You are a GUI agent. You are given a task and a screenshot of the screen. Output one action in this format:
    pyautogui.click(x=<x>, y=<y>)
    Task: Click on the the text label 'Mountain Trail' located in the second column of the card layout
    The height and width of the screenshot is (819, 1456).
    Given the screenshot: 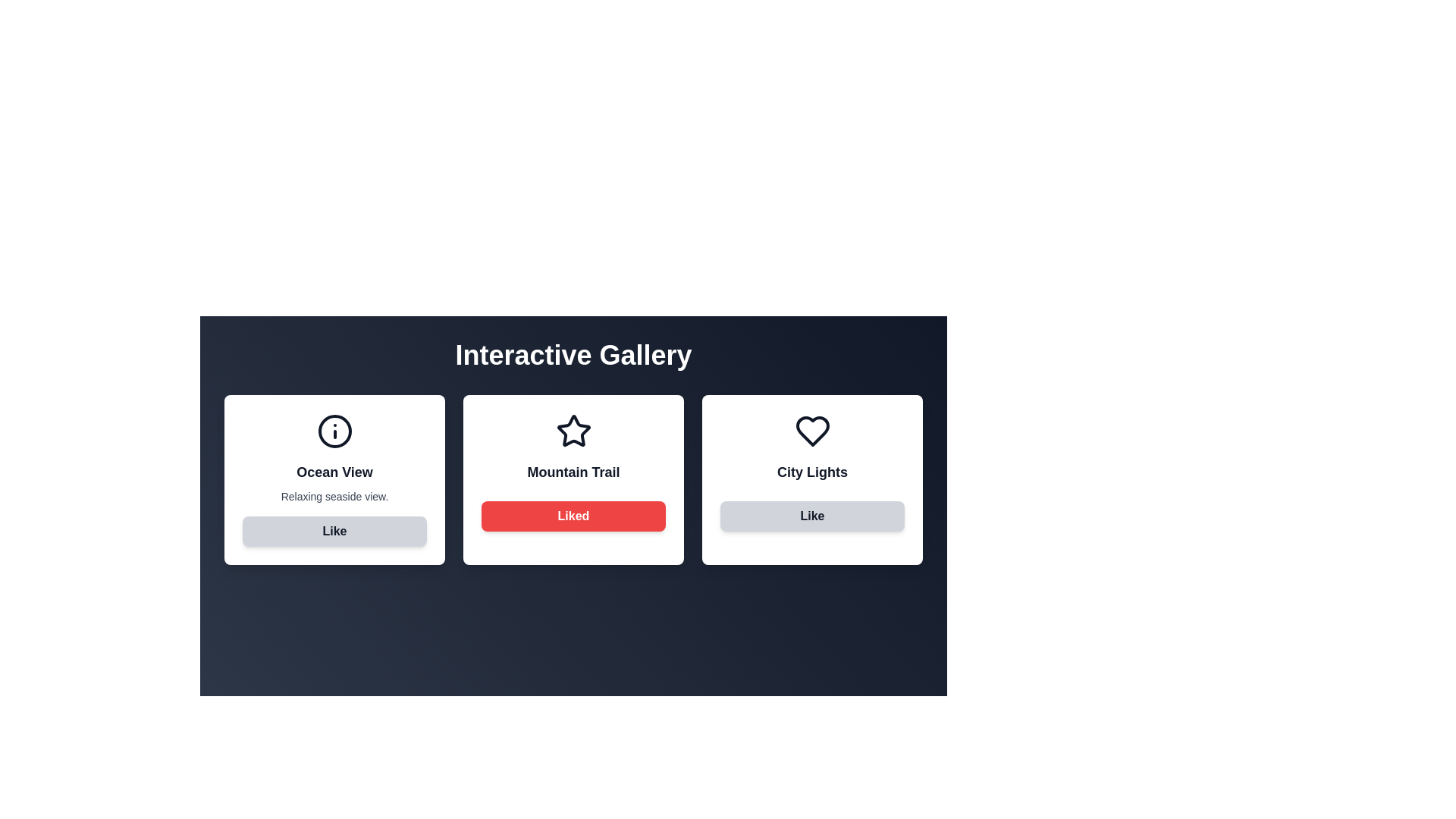 What is the action you would take?
    pyautogui.click(x=573, y=472)
    